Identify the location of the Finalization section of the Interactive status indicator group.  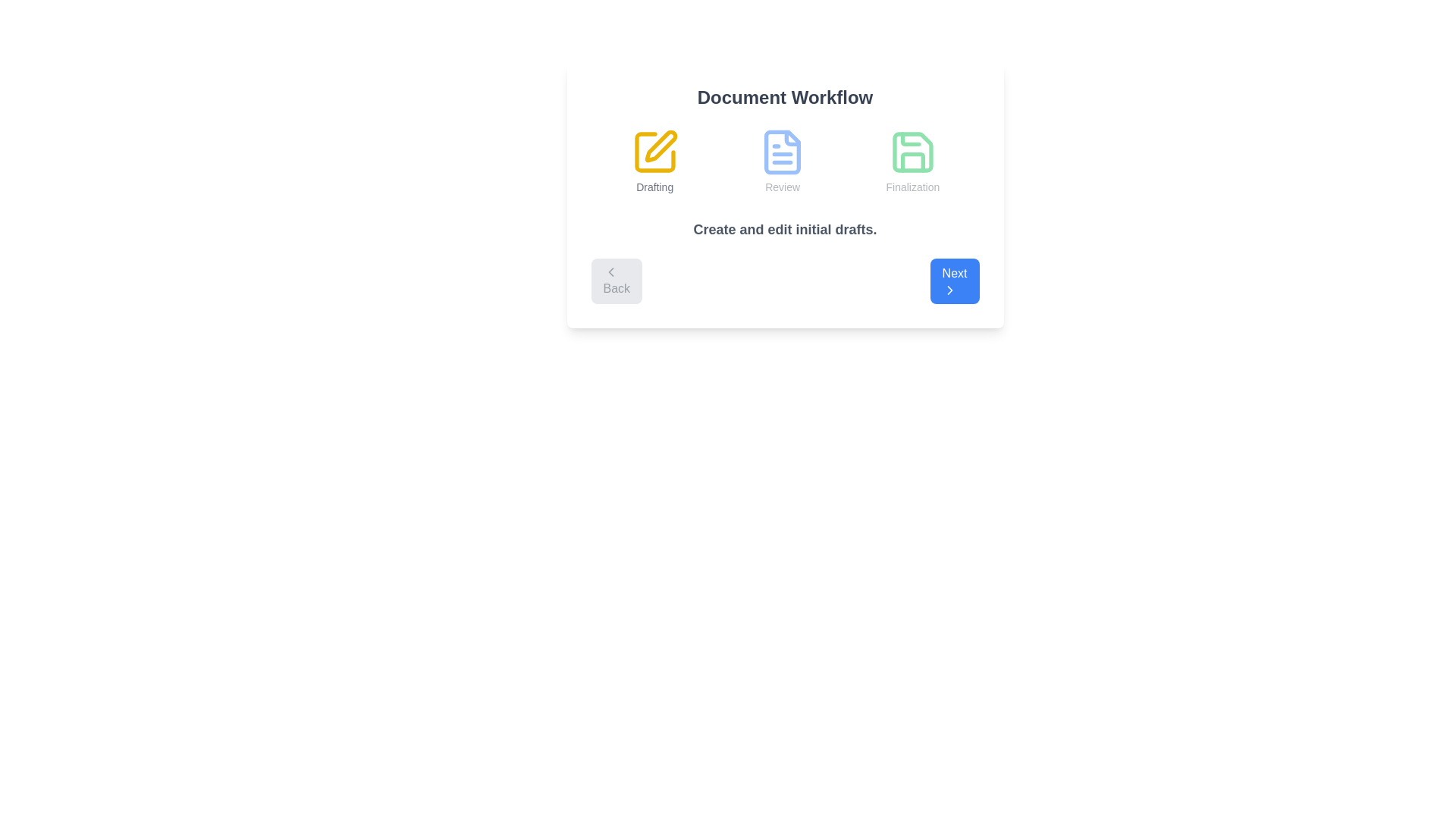
(785, 161).